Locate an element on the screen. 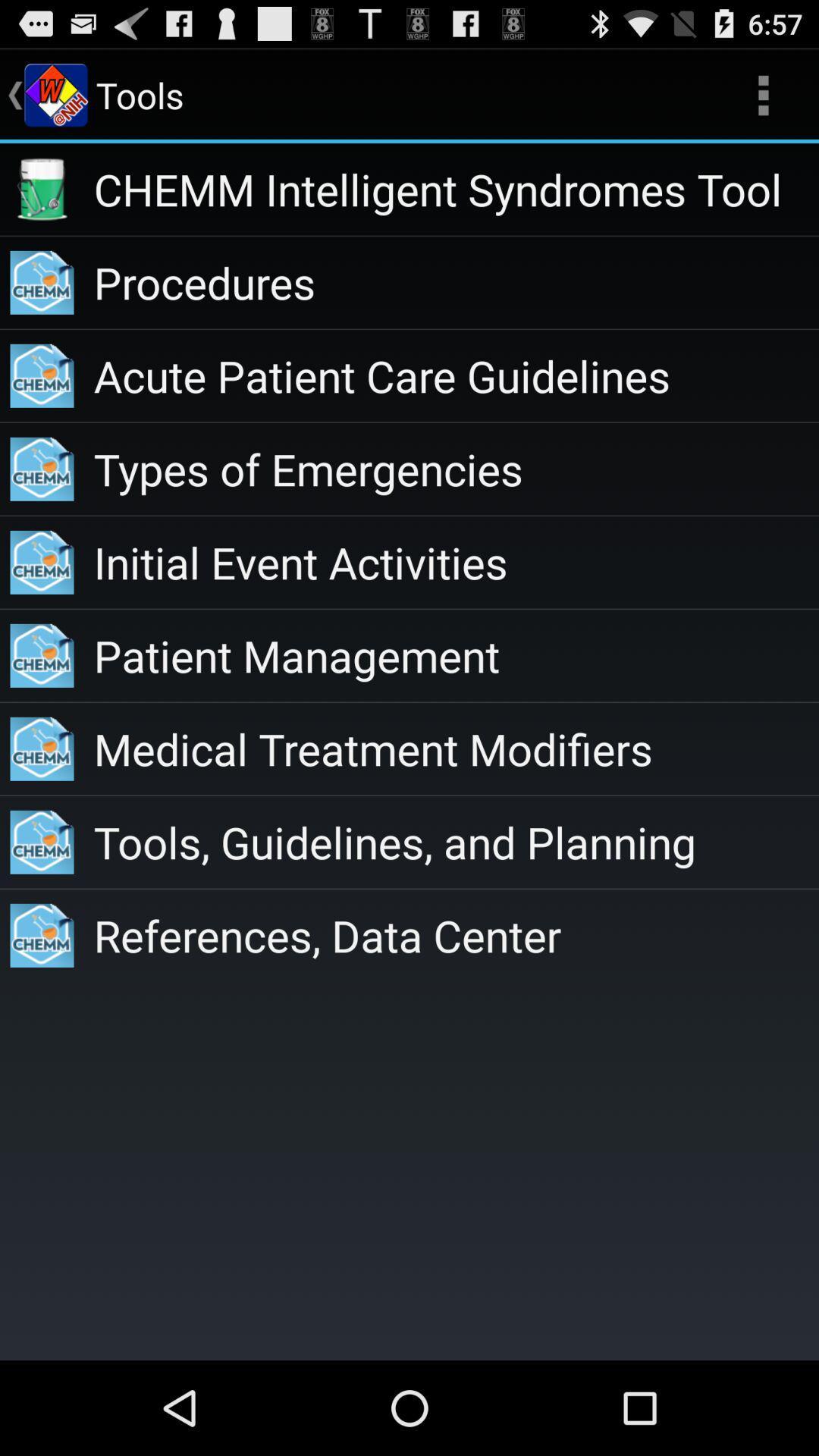  item below the chemm intelligent syndromes is located at coordinates (455, 282).